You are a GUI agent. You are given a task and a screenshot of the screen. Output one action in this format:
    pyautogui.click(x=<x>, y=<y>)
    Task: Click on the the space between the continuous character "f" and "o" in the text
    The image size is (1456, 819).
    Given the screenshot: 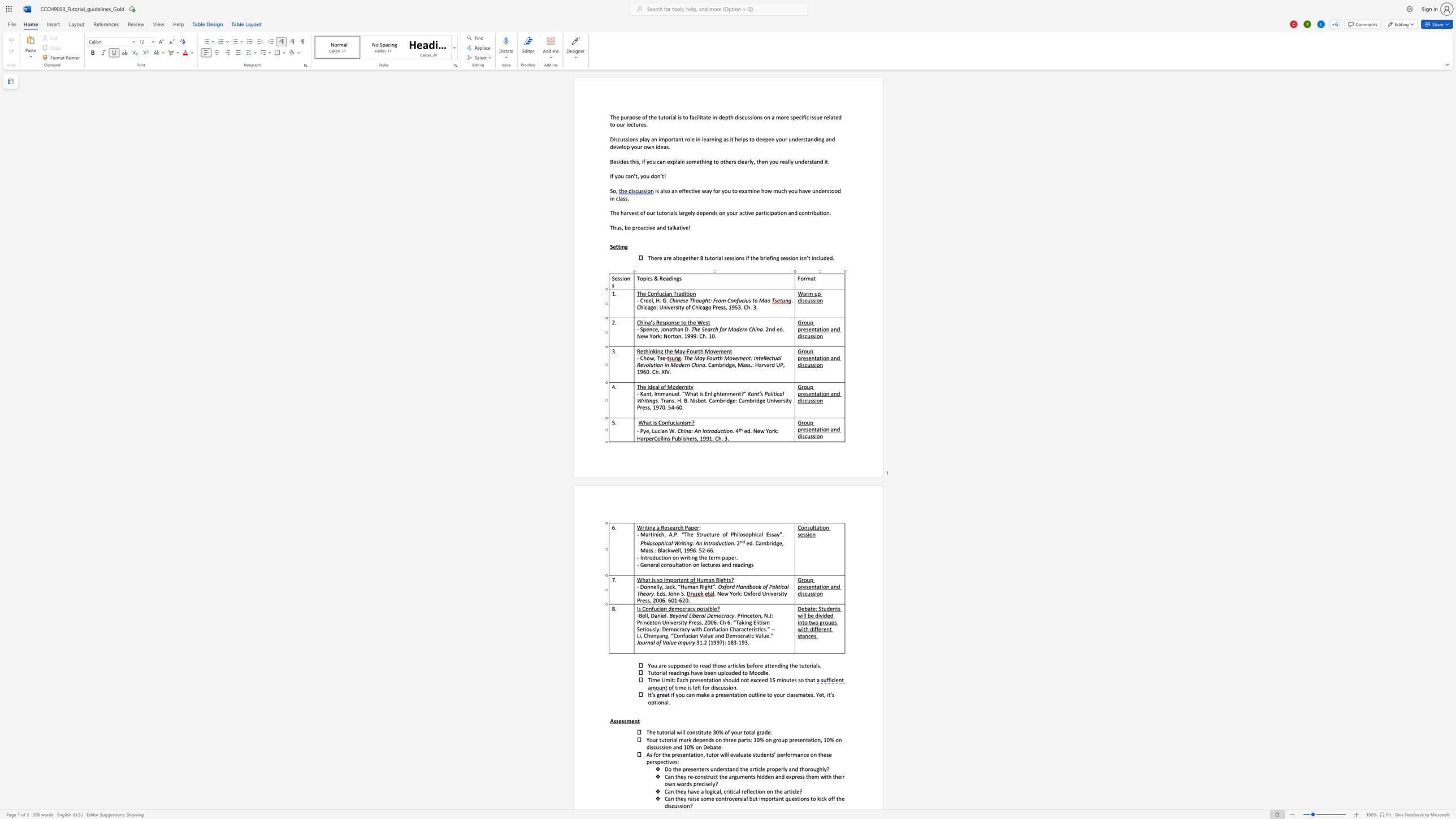 What is the action you would take?
    pyautogui.click(x=726, y=587)
    